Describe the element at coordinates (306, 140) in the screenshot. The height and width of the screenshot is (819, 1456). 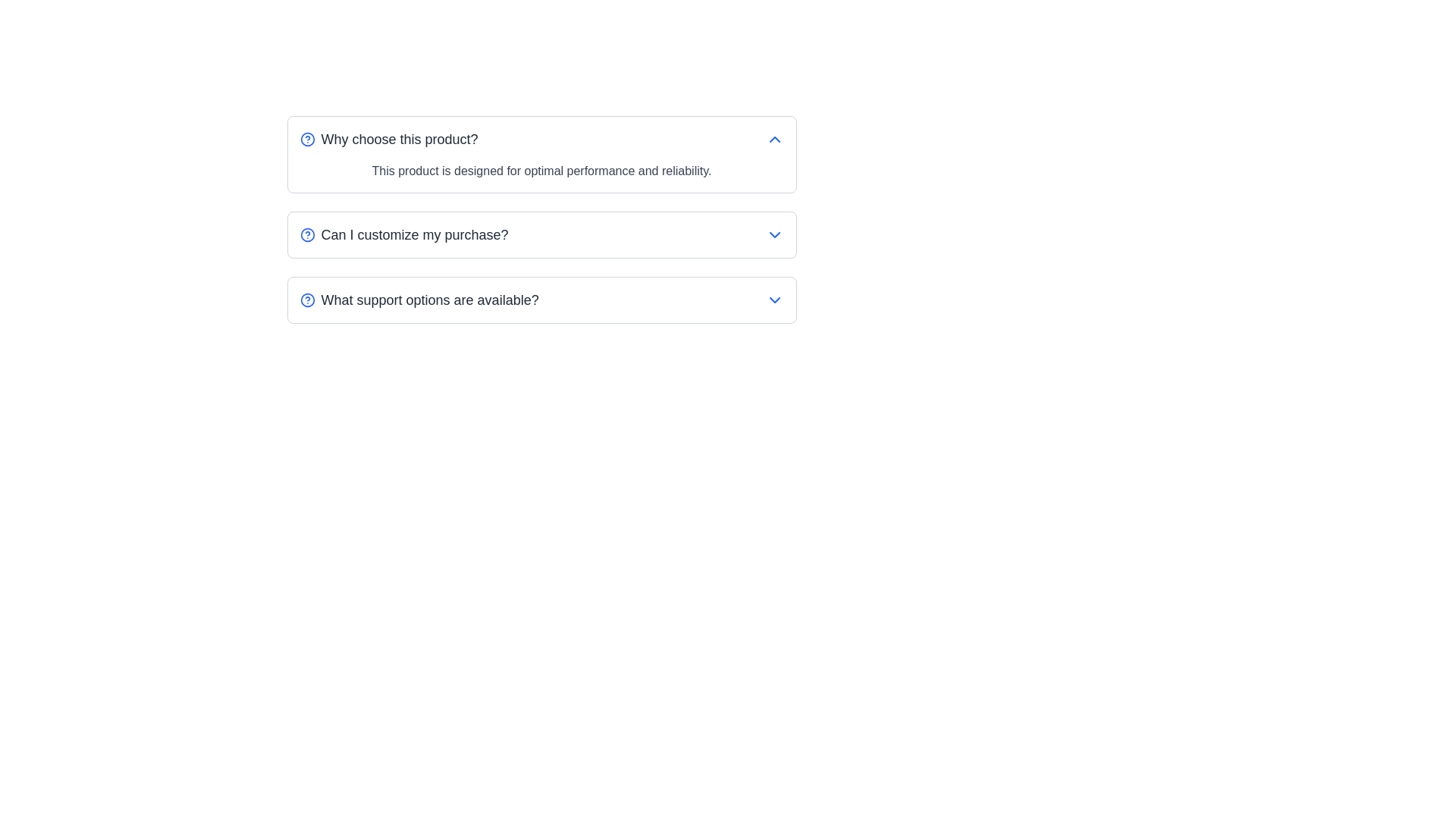
I see `the blue outlined circular SVG element that is part of the help icon next to the question 'Why choose this product?'` at that location.